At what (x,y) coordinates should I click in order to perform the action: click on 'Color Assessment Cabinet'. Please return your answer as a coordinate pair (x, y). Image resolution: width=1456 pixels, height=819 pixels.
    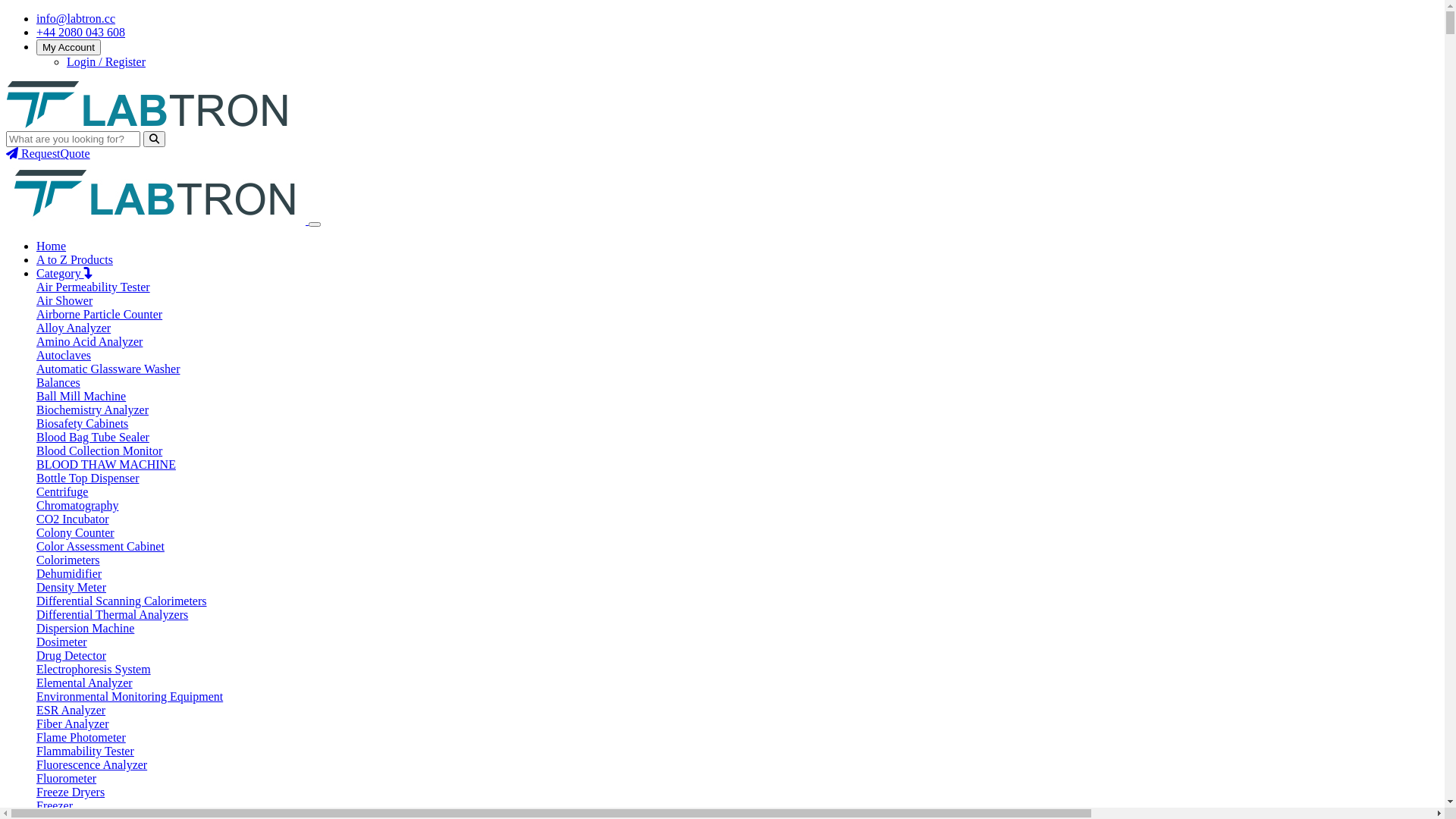
    Looking at the image, I should click on (99, 546).